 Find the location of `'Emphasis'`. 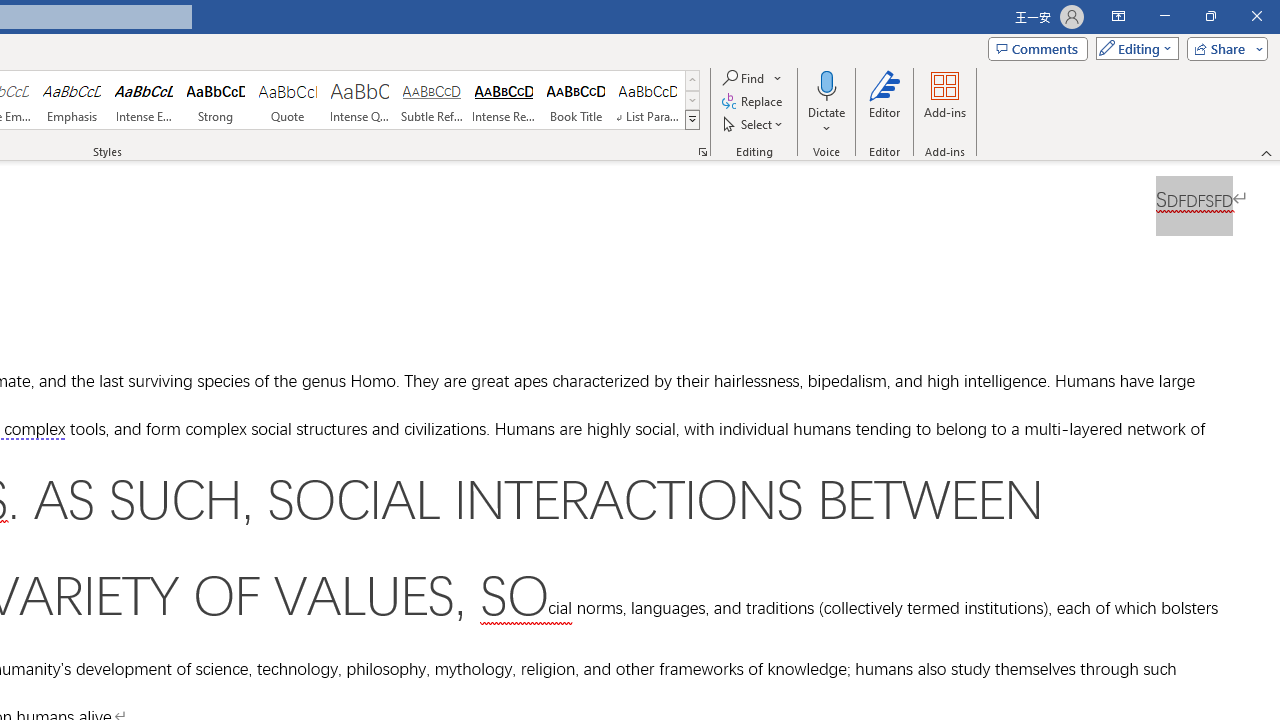

'Emphasis' is located at coordinates (71, 100).